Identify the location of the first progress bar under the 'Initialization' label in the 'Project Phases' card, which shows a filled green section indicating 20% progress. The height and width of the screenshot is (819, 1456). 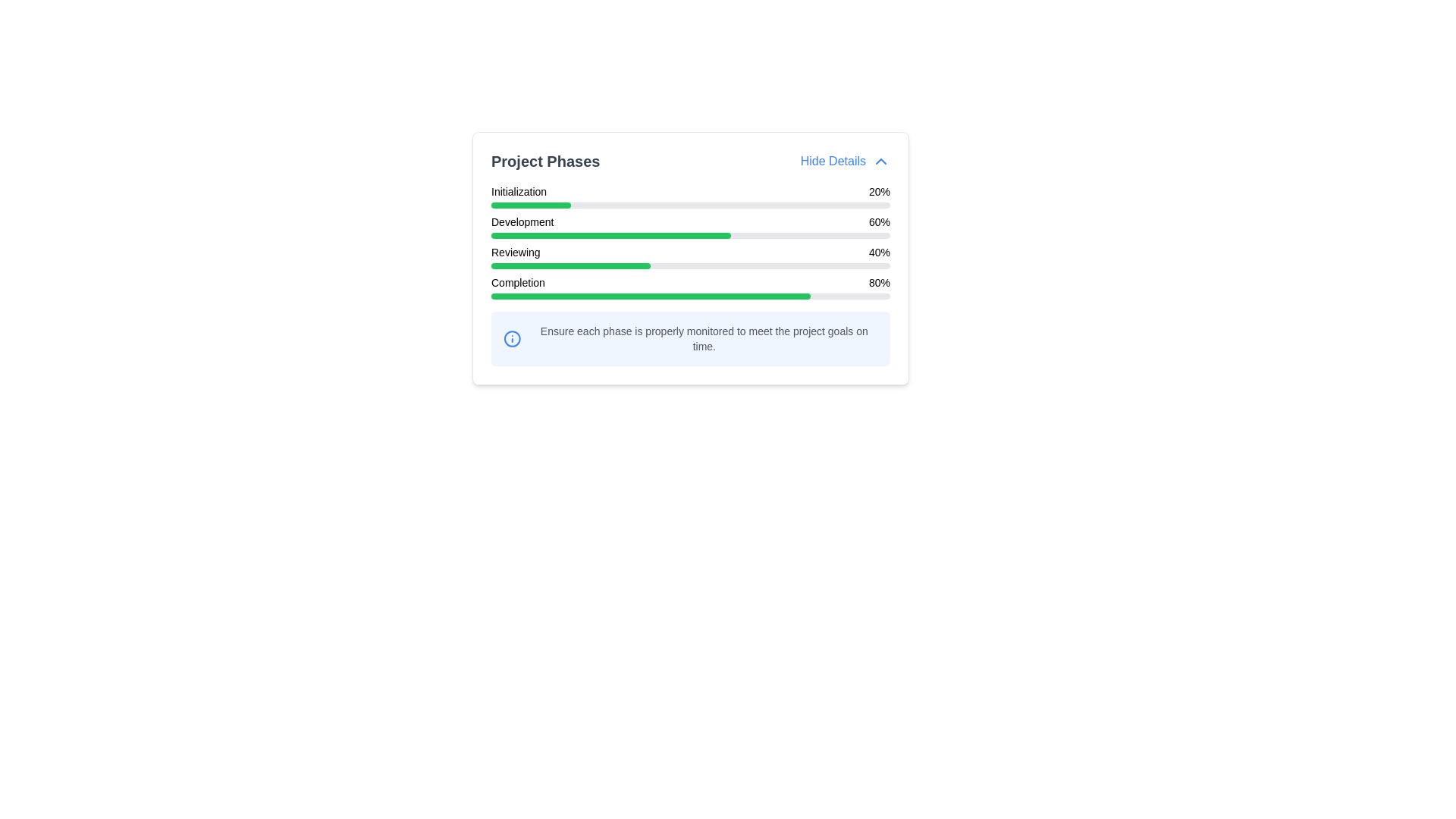
(690, 205).